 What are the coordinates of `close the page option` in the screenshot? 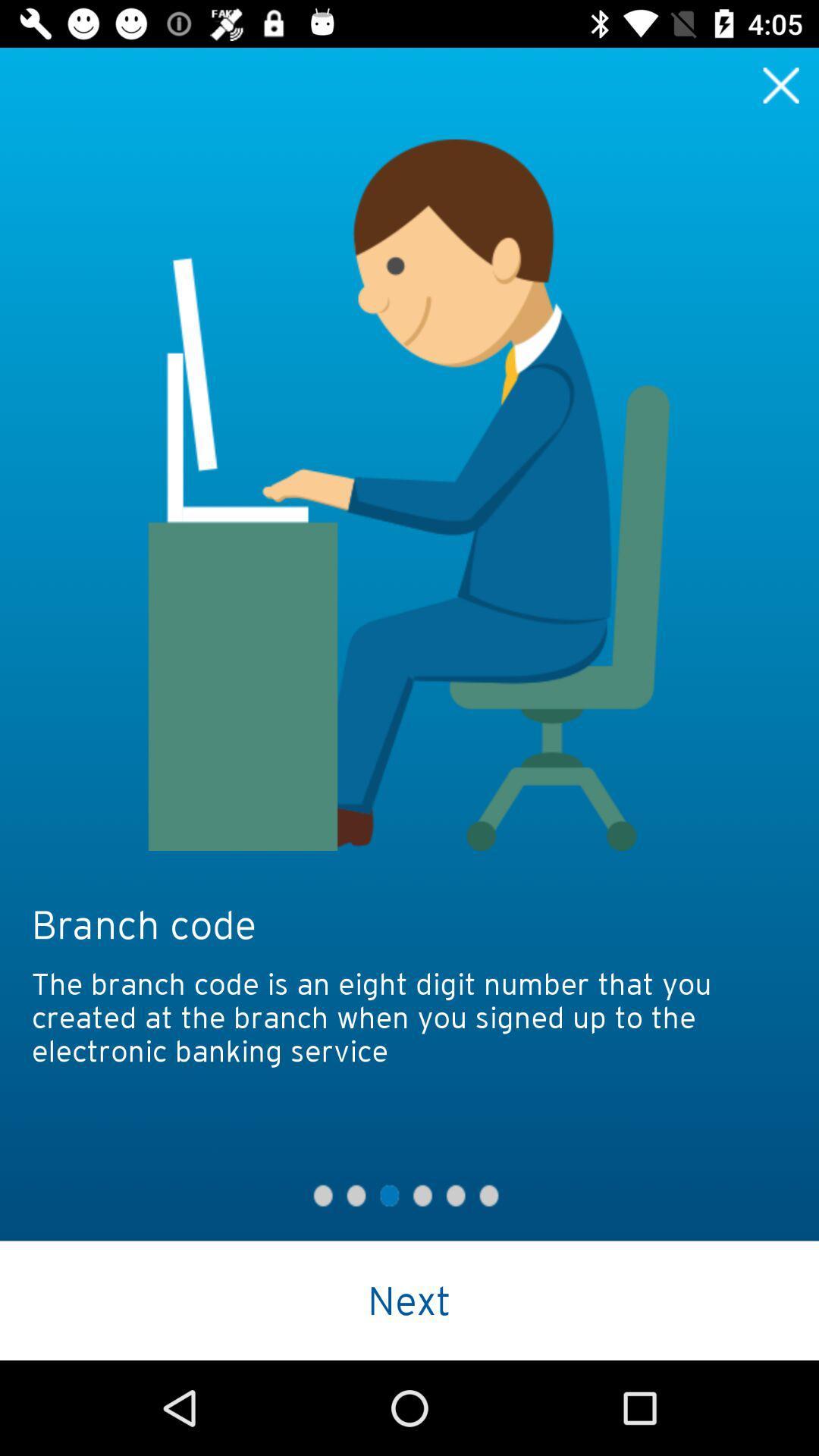 It's located at (781, 84).